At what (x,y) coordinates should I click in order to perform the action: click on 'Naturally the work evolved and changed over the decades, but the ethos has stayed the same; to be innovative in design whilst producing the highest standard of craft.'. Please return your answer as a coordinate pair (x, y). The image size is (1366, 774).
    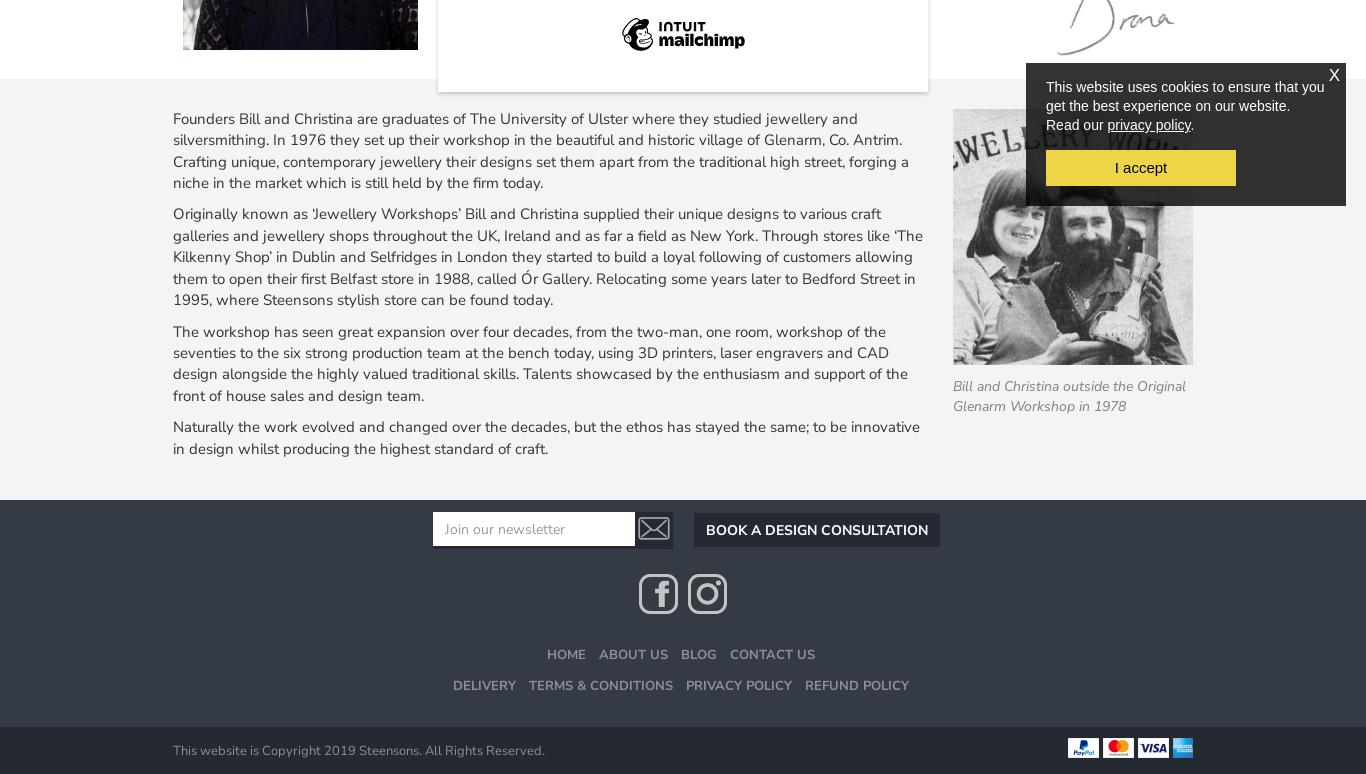
    Looking at the image, I should click on (171, 436).